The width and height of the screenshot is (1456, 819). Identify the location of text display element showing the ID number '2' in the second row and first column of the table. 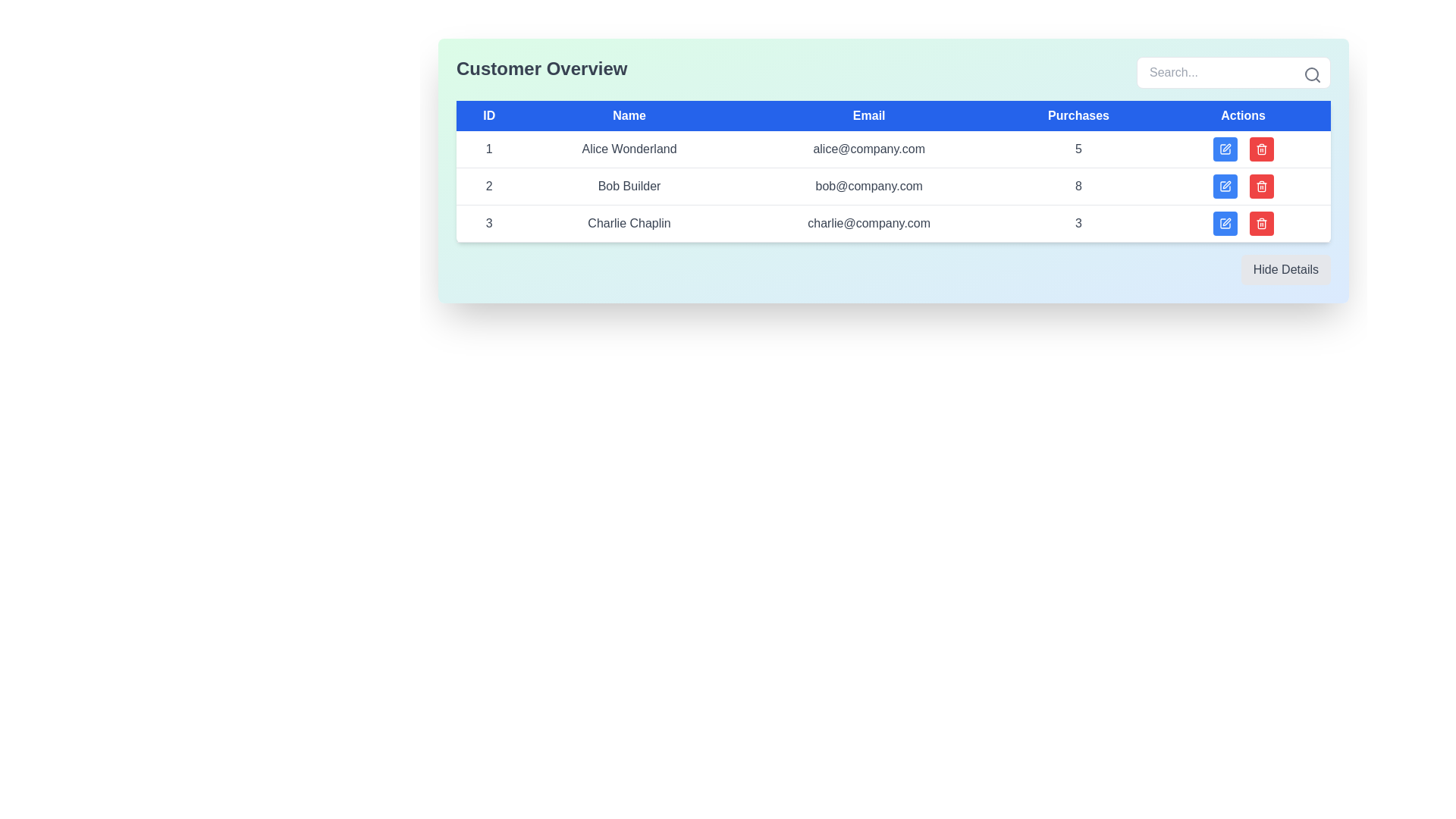
(489, 186).